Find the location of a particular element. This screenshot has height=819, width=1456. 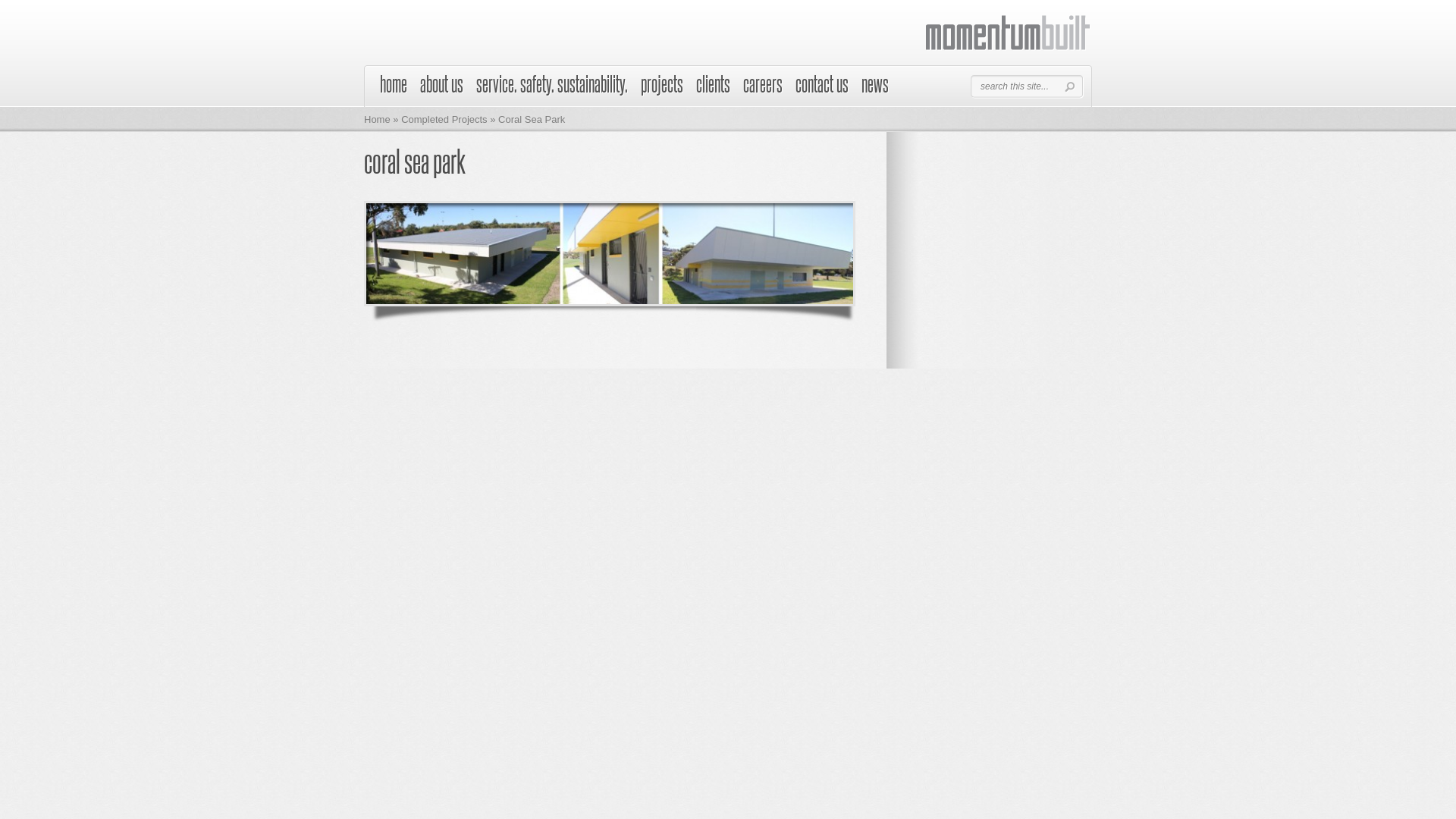

'Home' is located at coordinates (377, 118).